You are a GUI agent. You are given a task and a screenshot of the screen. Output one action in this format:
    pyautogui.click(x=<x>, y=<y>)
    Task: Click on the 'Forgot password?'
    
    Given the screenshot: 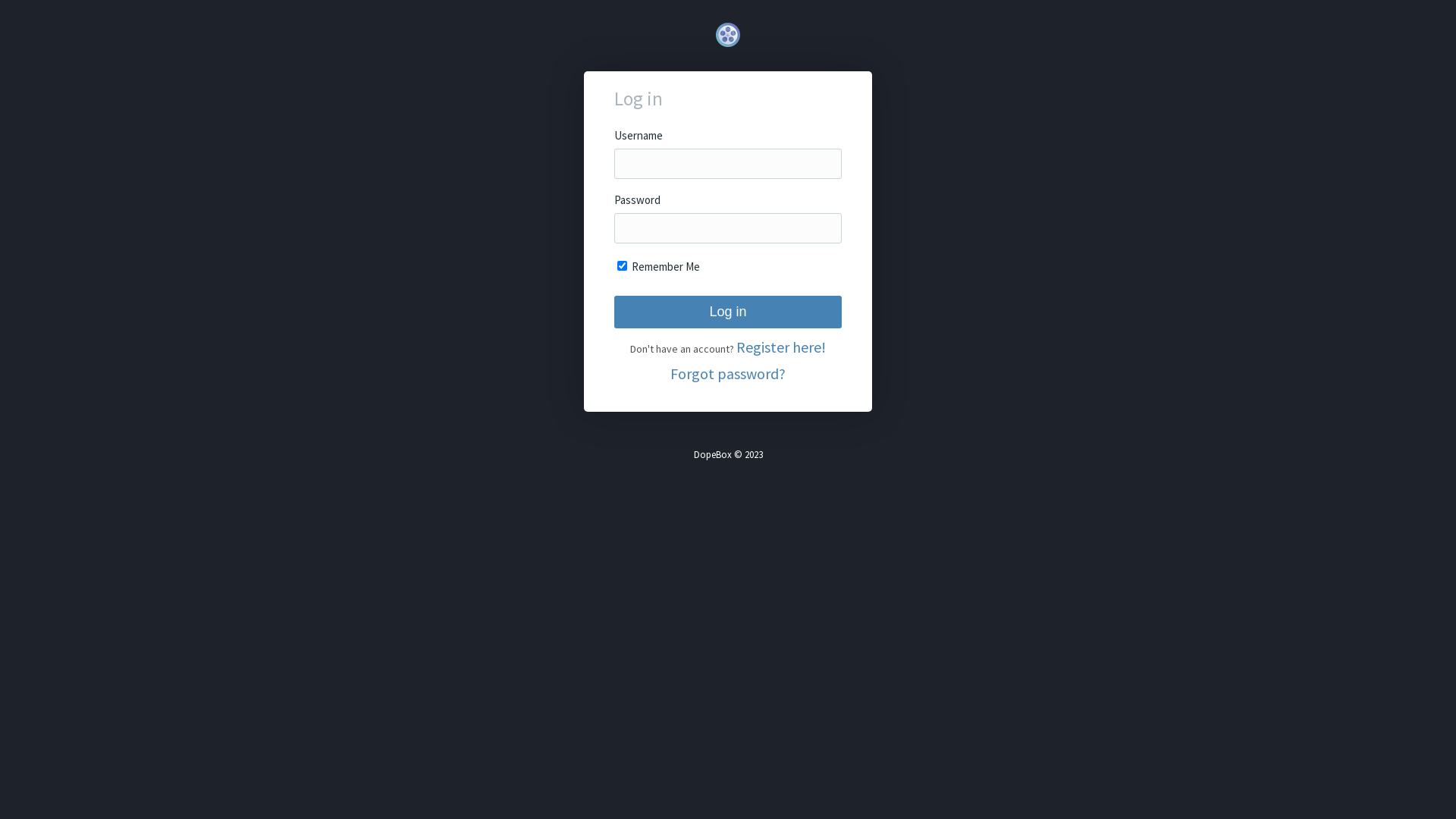 What is the action you would take?
    pyautogui.click(x=728, y=373)
    